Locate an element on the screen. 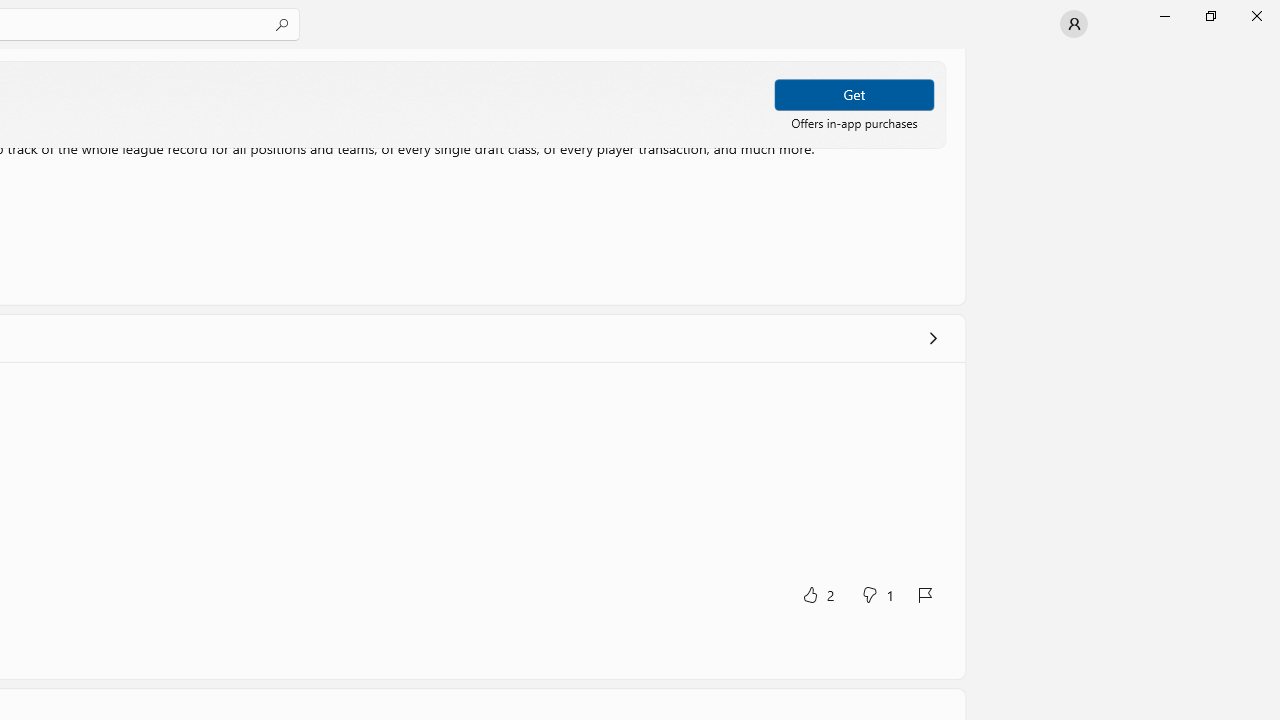 The width and height of the screenshot is (1280, 720). 'No, this was not helpful. 1 votes.' is located at coordinates (876, 593).